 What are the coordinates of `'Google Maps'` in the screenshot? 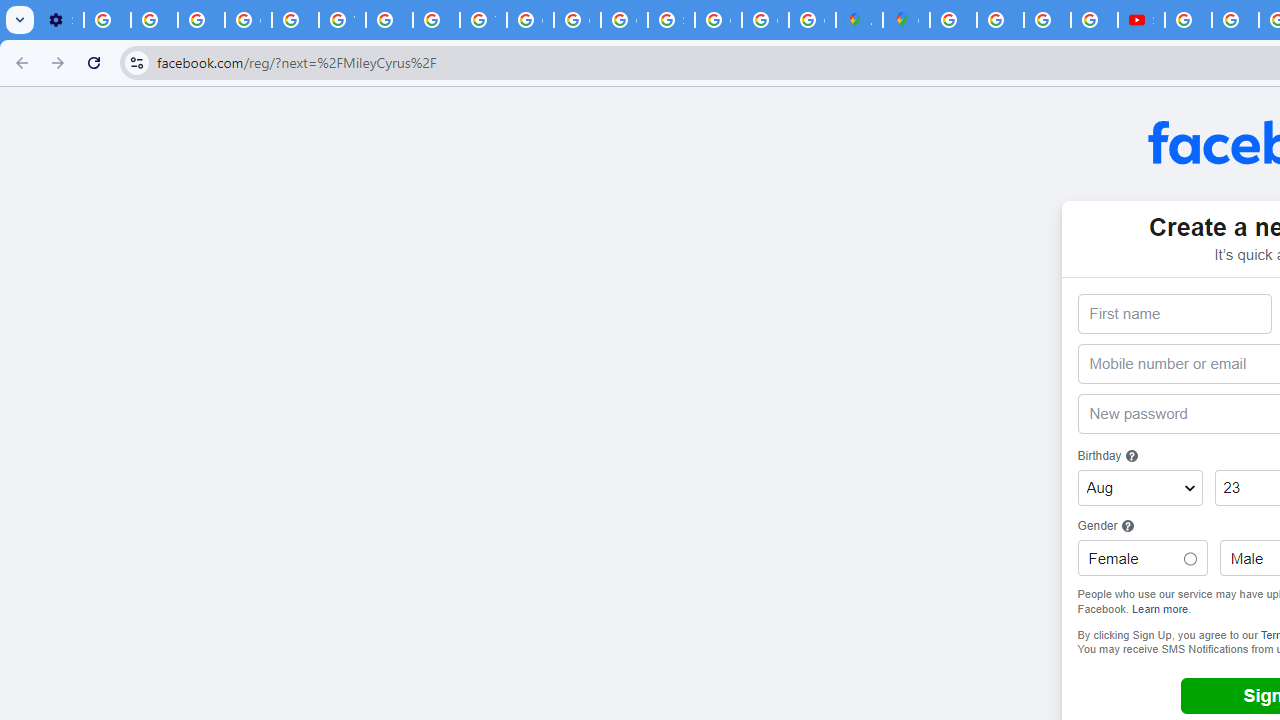 It's located at (905, 20).